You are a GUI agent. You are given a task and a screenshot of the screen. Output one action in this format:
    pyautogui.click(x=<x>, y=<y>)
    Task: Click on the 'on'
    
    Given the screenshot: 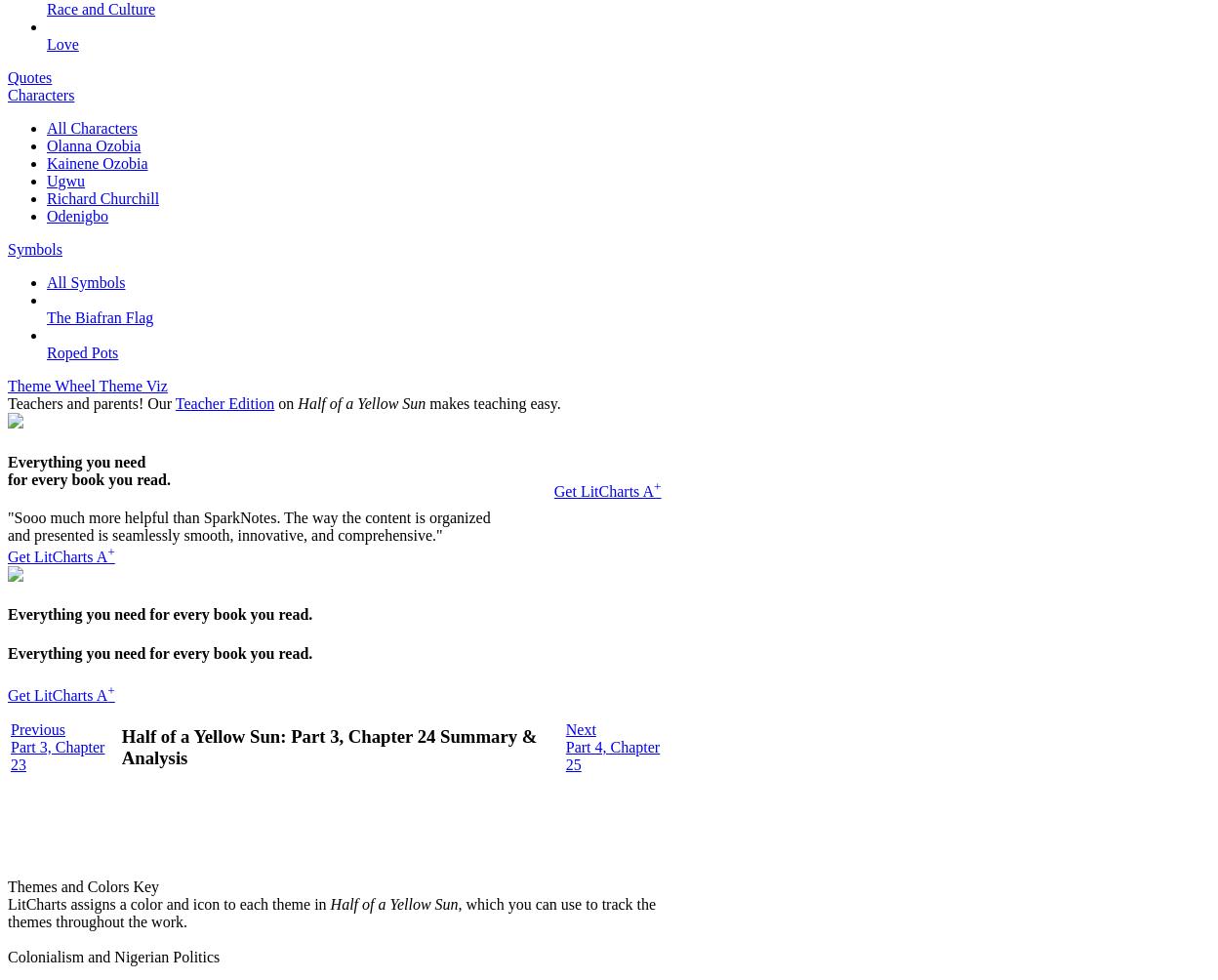 What is the action you would take?
    pyautogui.click(x=285, y=402)
    